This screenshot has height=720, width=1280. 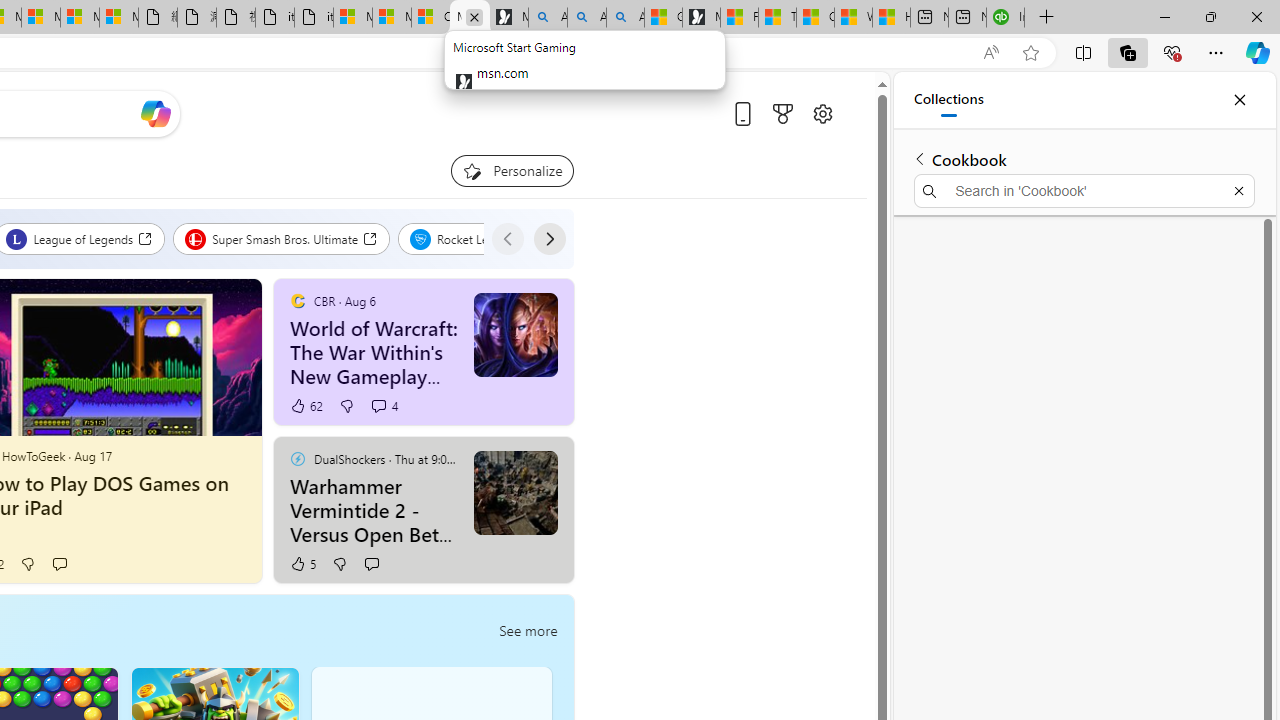 I want to click on 'How to Use a TV as a Computer Monitor', so click(x=890, y=17).